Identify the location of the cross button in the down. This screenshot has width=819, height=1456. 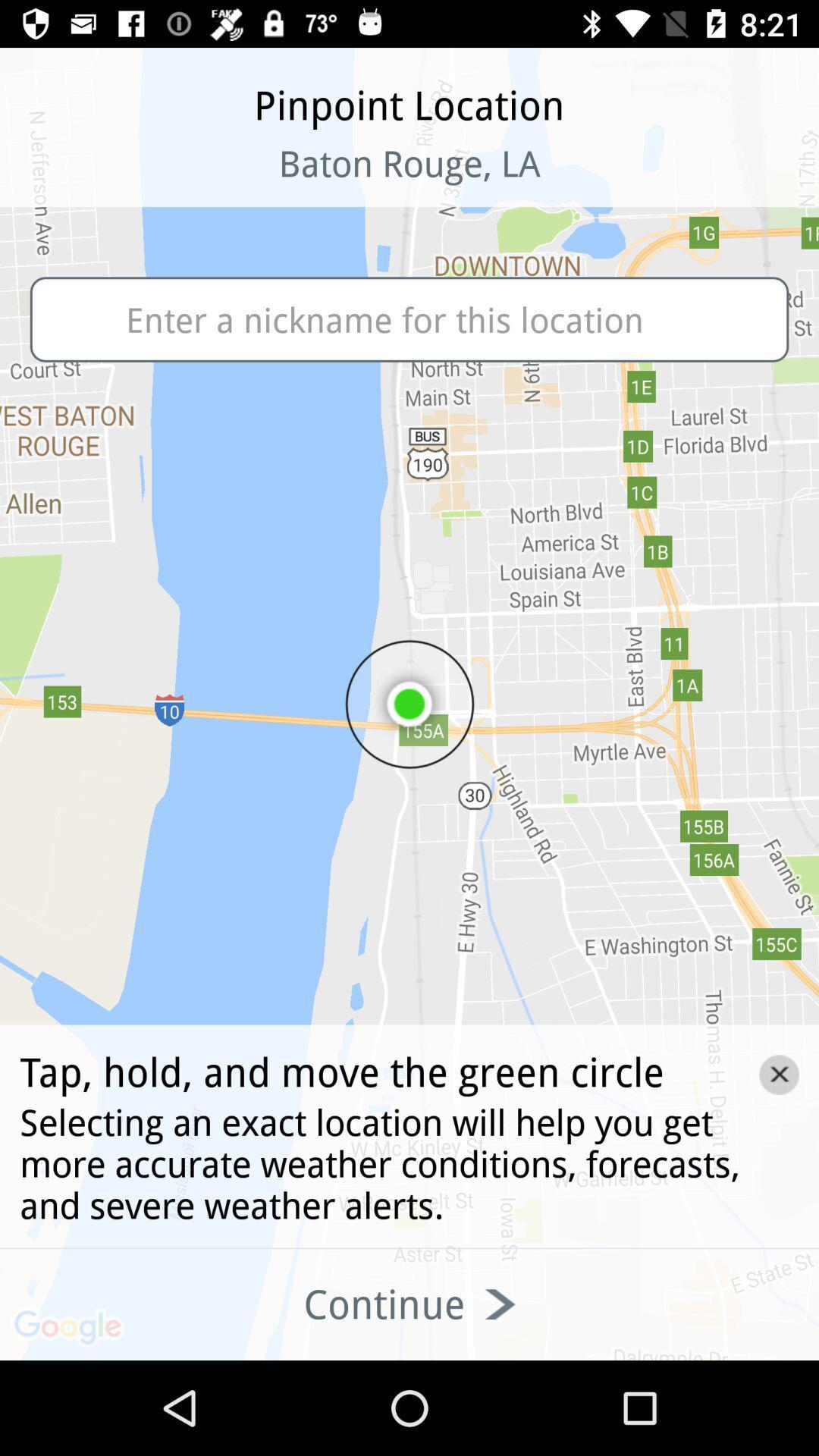
(779, 1074).